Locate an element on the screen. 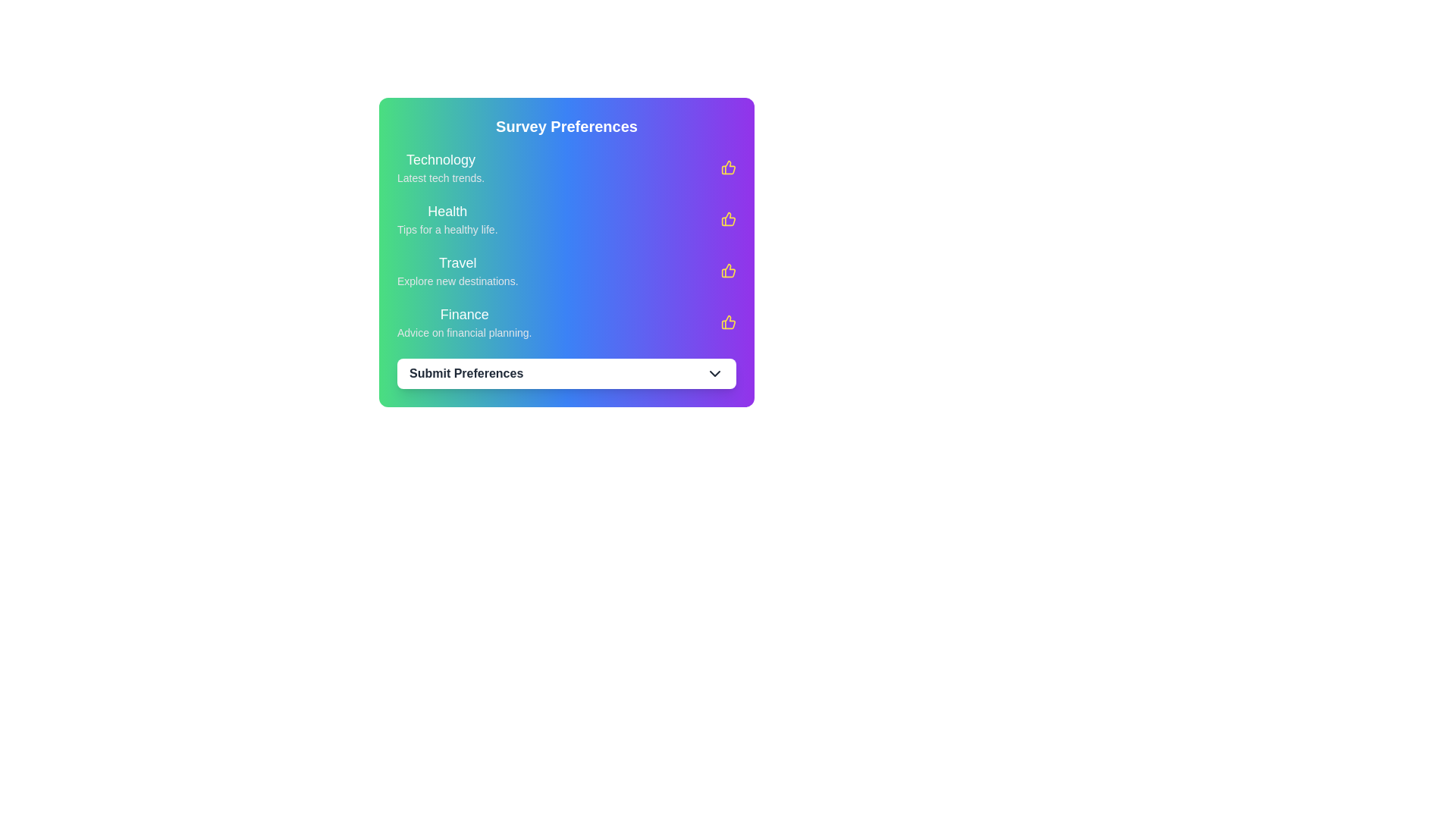  the text block displaying 'Health' and 'Tips for a healthy life.' for more details, located within the 'Survey Preferences' card is located at coordinates (447, 219).